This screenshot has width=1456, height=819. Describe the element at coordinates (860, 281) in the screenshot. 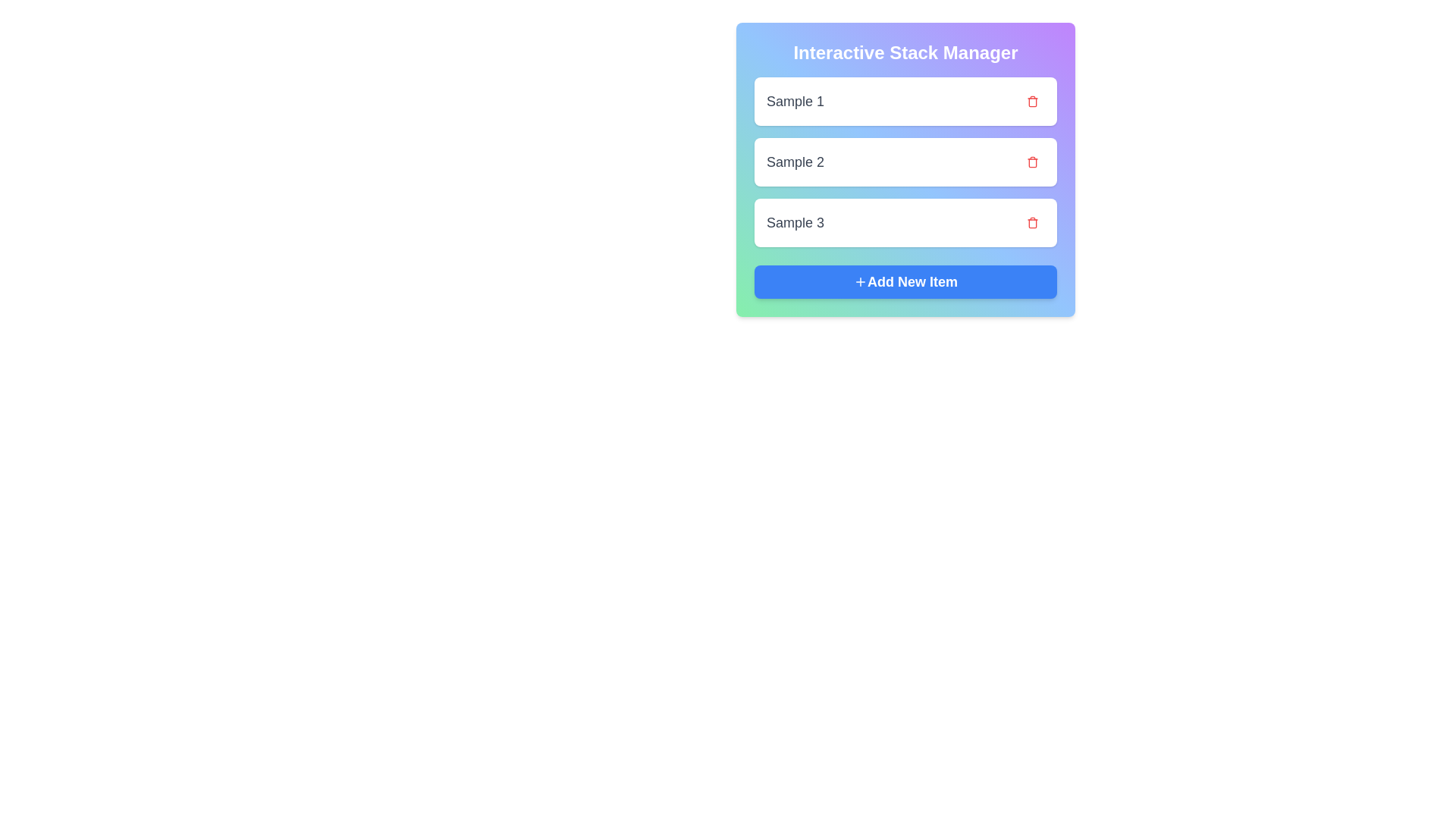

I see `the plus sign icon located within the 'Add New Item' button` at that location.